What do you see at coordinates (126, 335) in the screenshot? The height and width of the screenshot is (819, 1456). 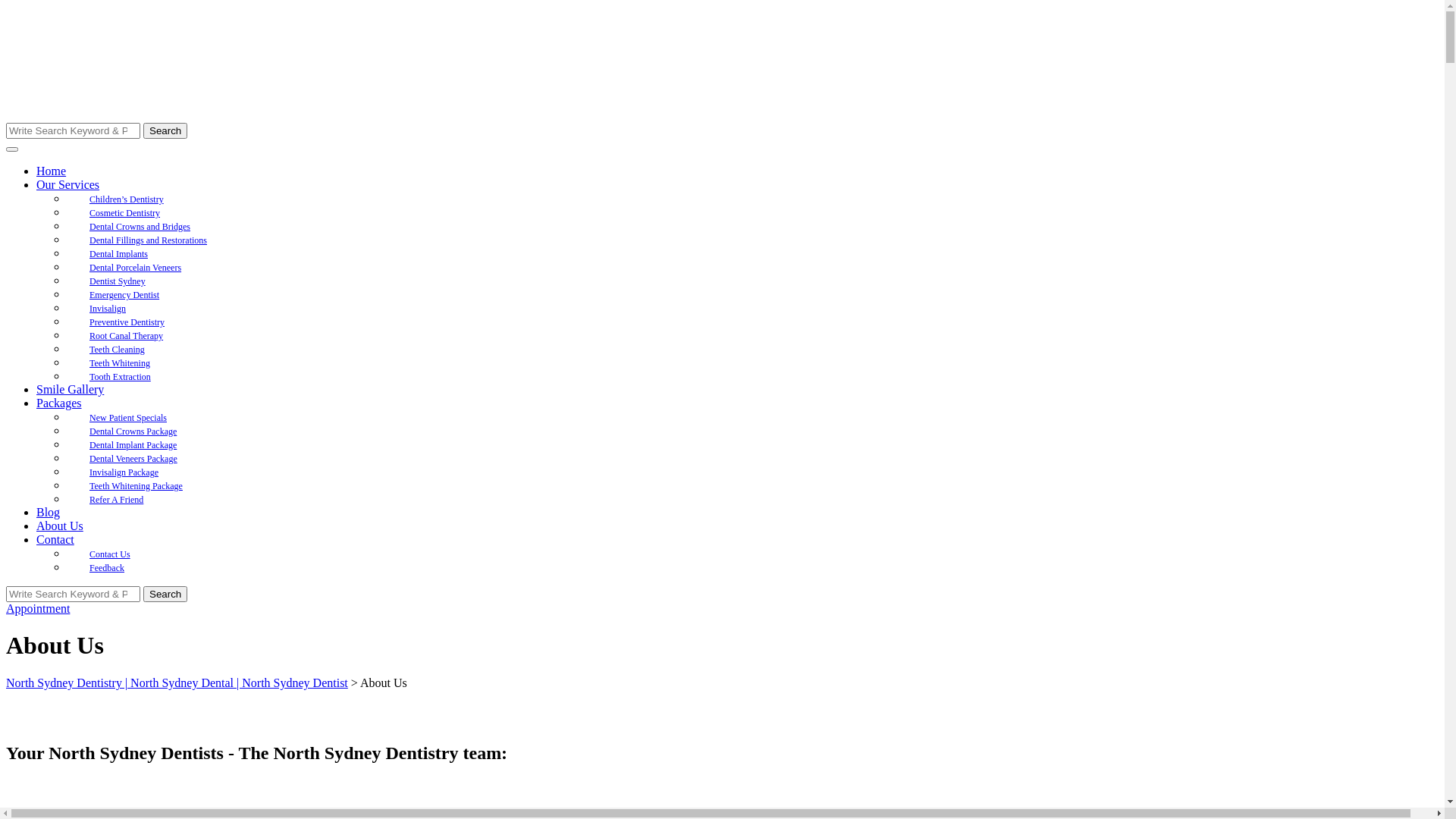 I see `'Root Canal Therapy'` at bounding box center [126, 335].